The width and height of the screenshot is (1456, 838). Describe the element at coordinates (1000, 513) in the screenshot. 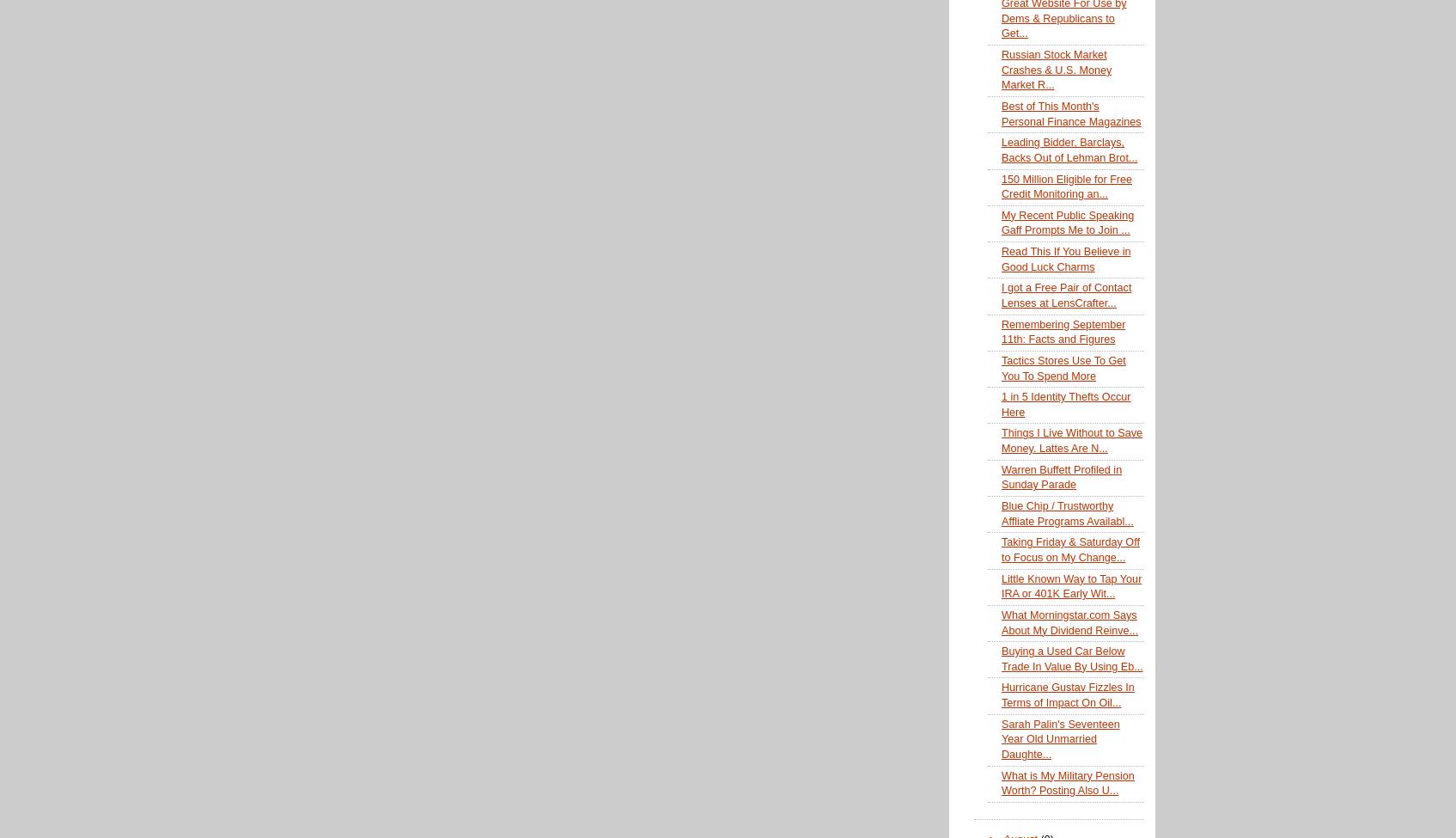

I see `'Blue Chip / Trustworthy Affliate Programs Availabl...'` at that location.